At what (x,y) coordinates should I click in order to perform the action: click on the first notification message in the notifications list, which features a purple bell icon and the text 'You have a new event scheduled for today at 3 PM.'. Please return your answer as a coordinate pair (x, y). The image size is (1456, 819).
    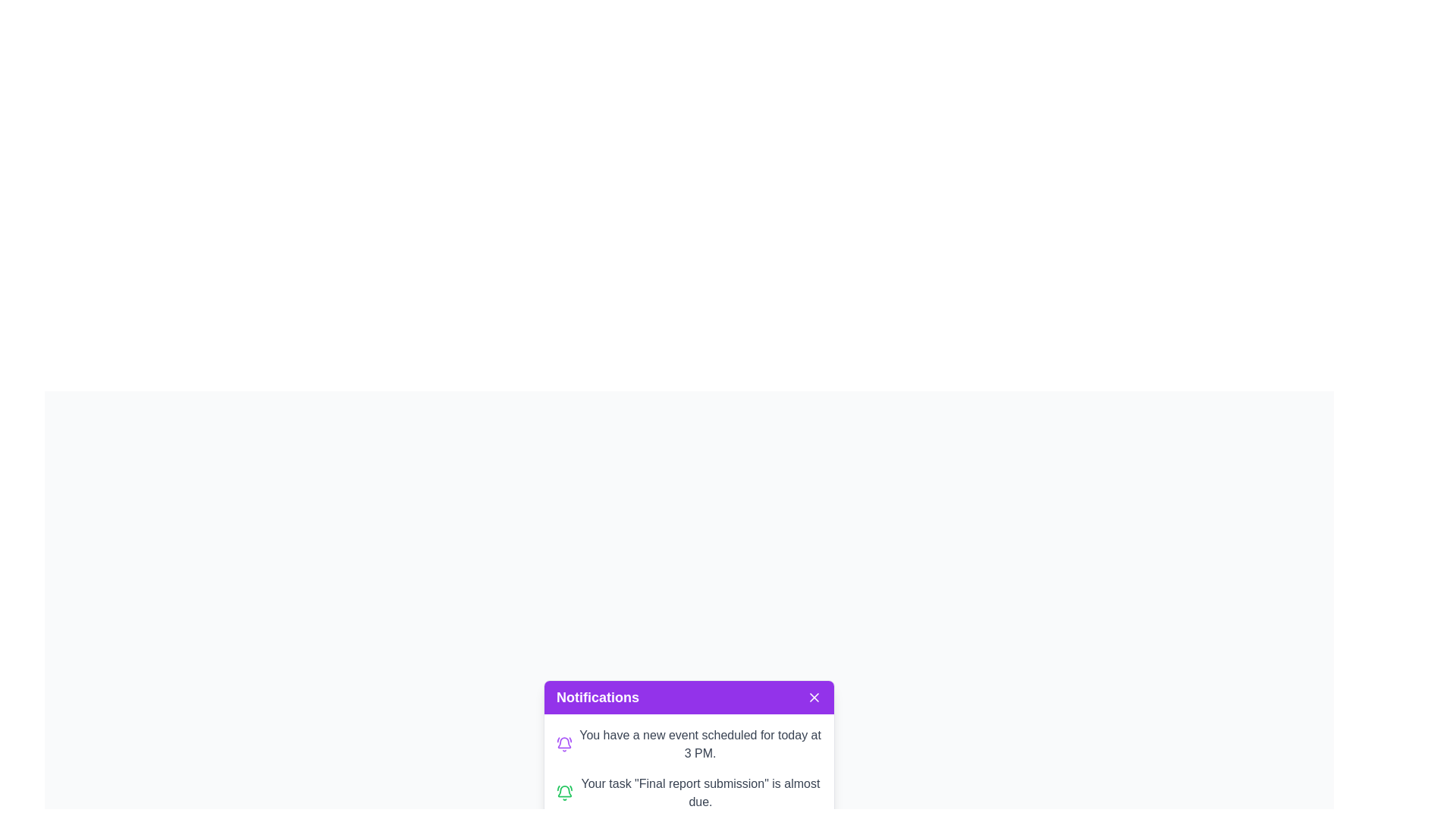
    Looking at the image, I should click on (688, 742).